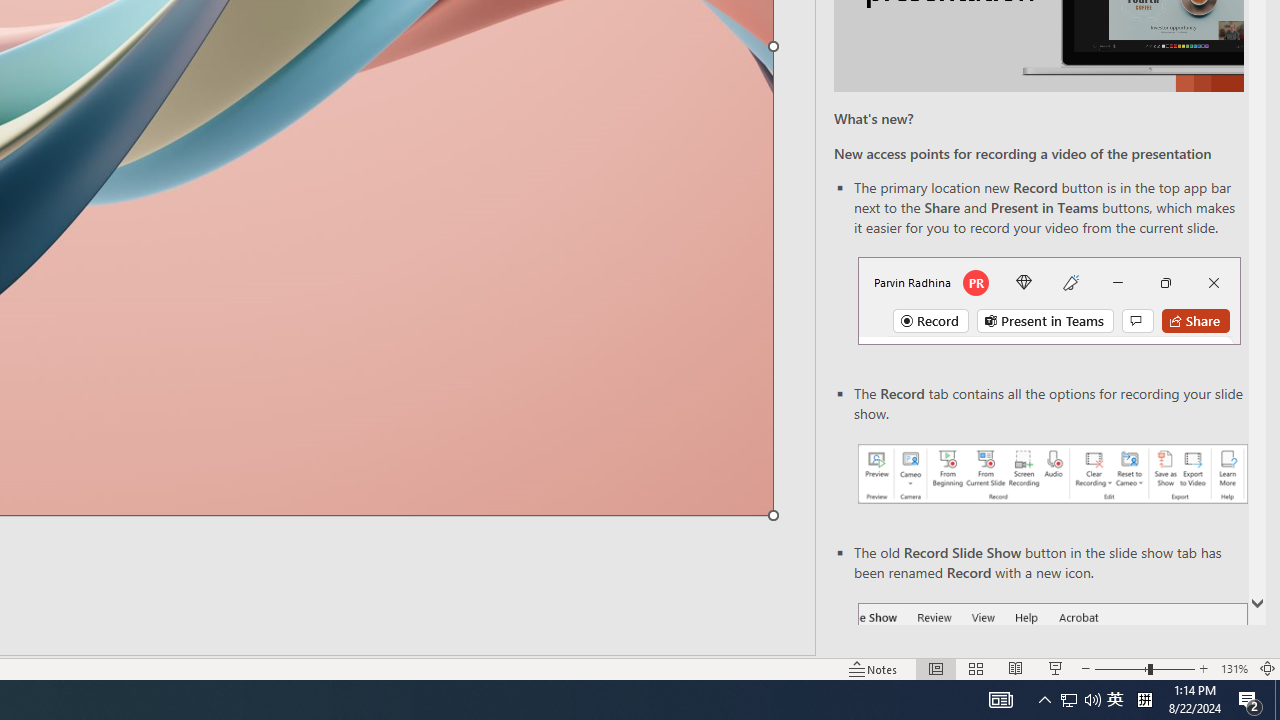  Describe the element at coordinates (1051, 474) in the screenshot. I see `'Record your presentations screenshot one'` at that location.